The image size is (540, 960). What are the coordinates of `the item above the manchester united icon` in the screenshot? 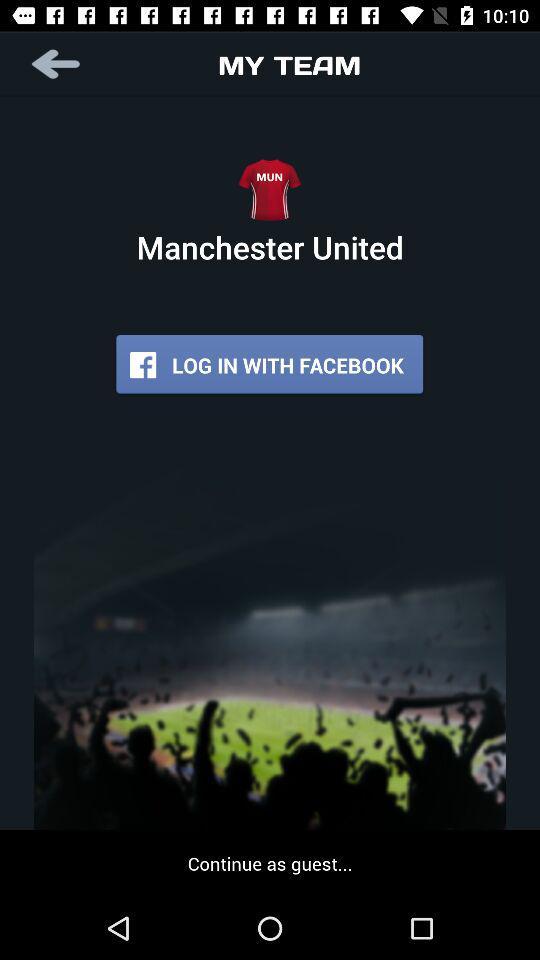 It's located at (57, 64).